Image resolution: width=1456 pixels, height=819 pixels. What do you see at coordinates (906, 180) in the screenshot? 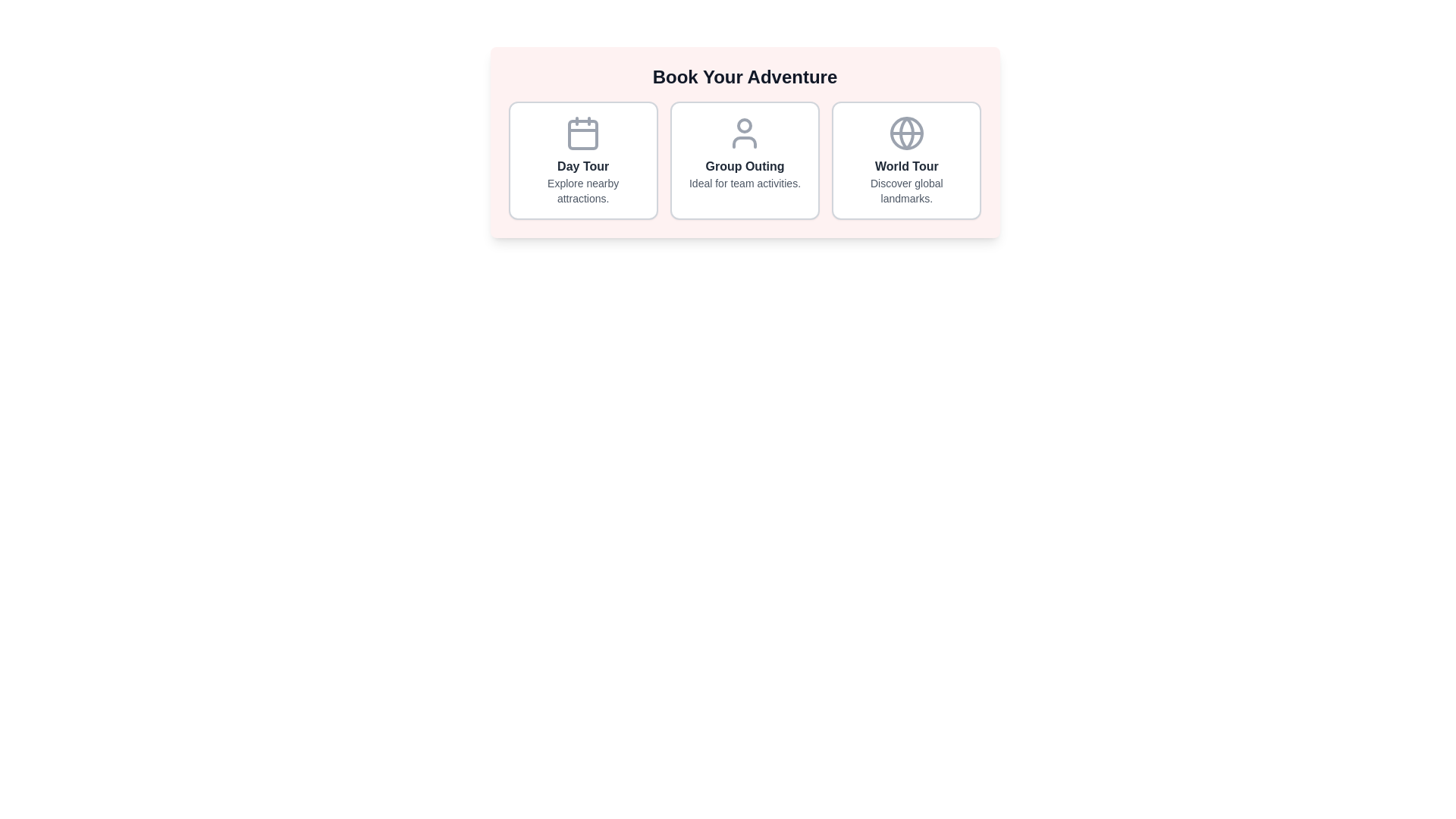
I see `text content 'Discover global landmarks.' from the 'World Tour' card, which is the third card in a horizontal layout and contains centered text below the globe icon` at bounding box center [906, 180].